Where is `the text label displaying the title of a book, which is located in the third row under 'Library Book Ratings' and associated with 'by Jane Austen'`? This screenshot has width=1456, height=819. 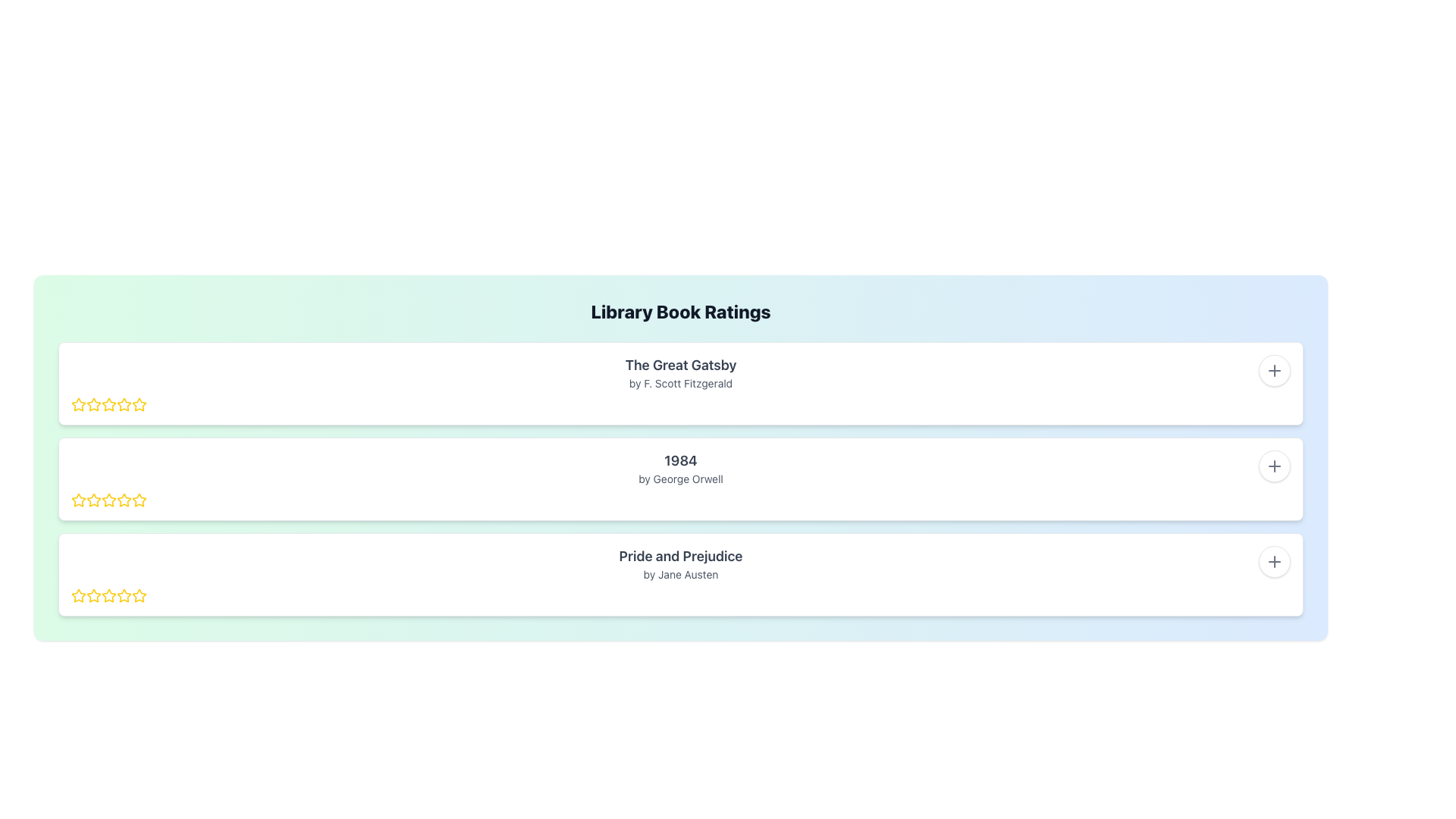 the text label displaying the title of a book, which is located in the third row under 'Library Book Ratings' and associated with 'by Jane Austen' is located at coordinates (679, 556).